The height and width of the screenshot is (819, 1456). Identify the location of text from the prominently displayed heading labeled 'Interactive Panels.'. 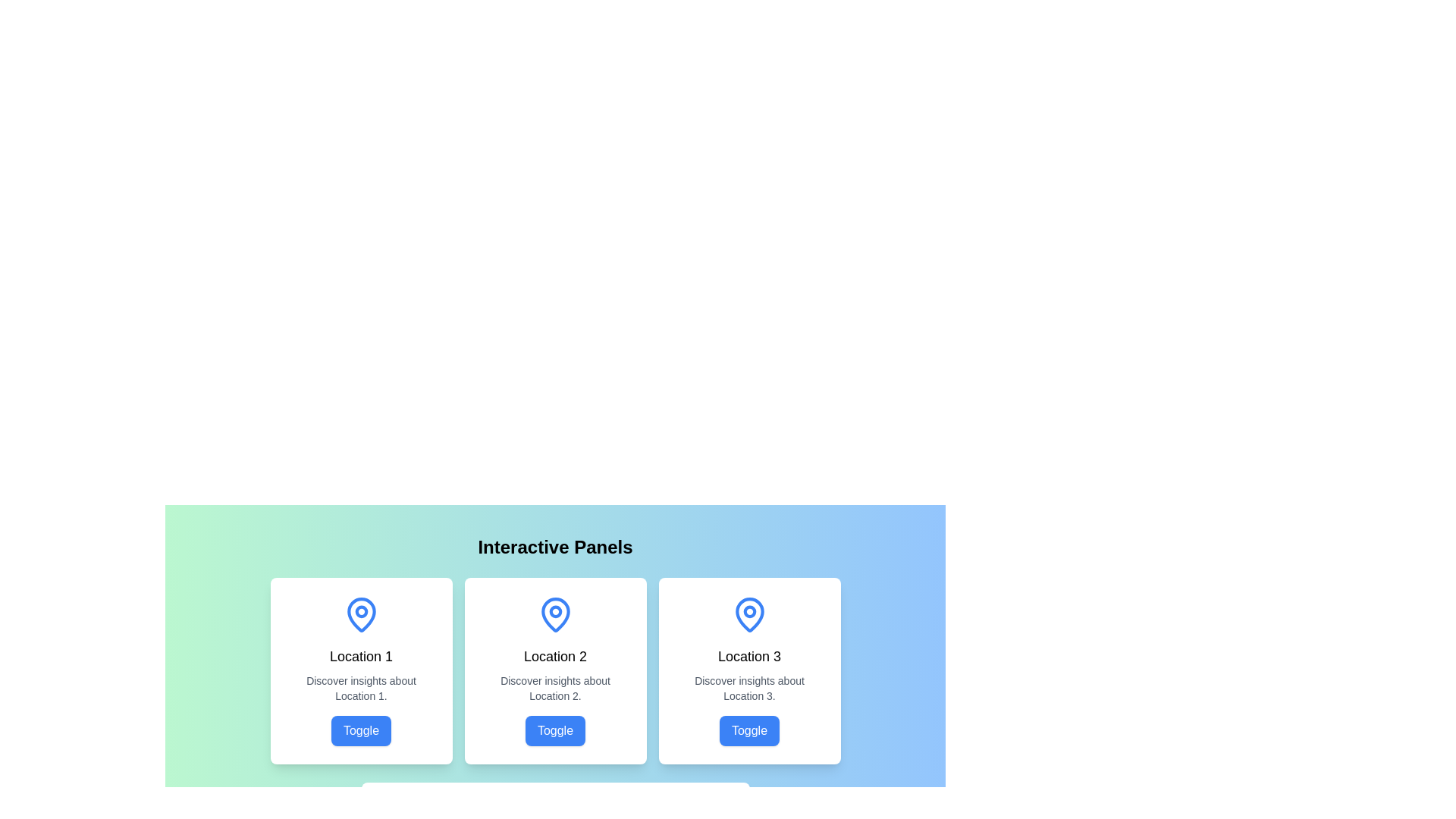
(554, 547).